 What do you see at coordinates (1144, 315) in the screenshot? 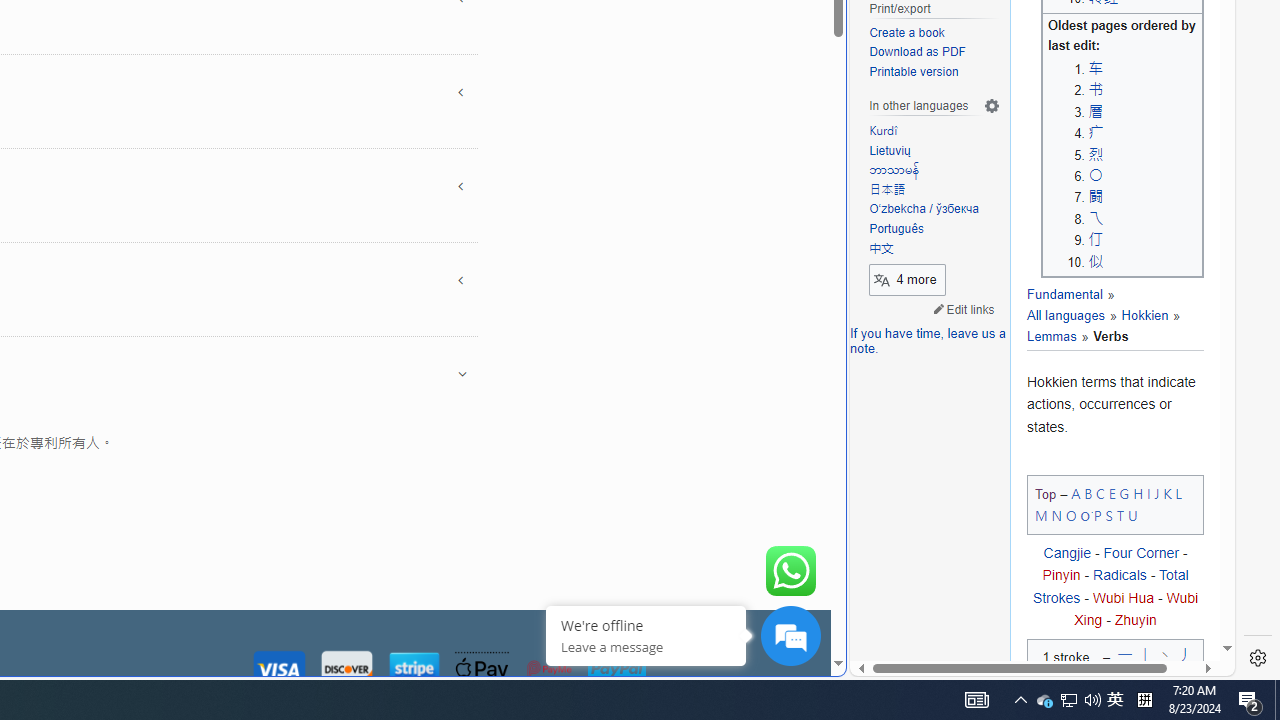
I see `'Hokkien'` at bounding box center [1144, 315].